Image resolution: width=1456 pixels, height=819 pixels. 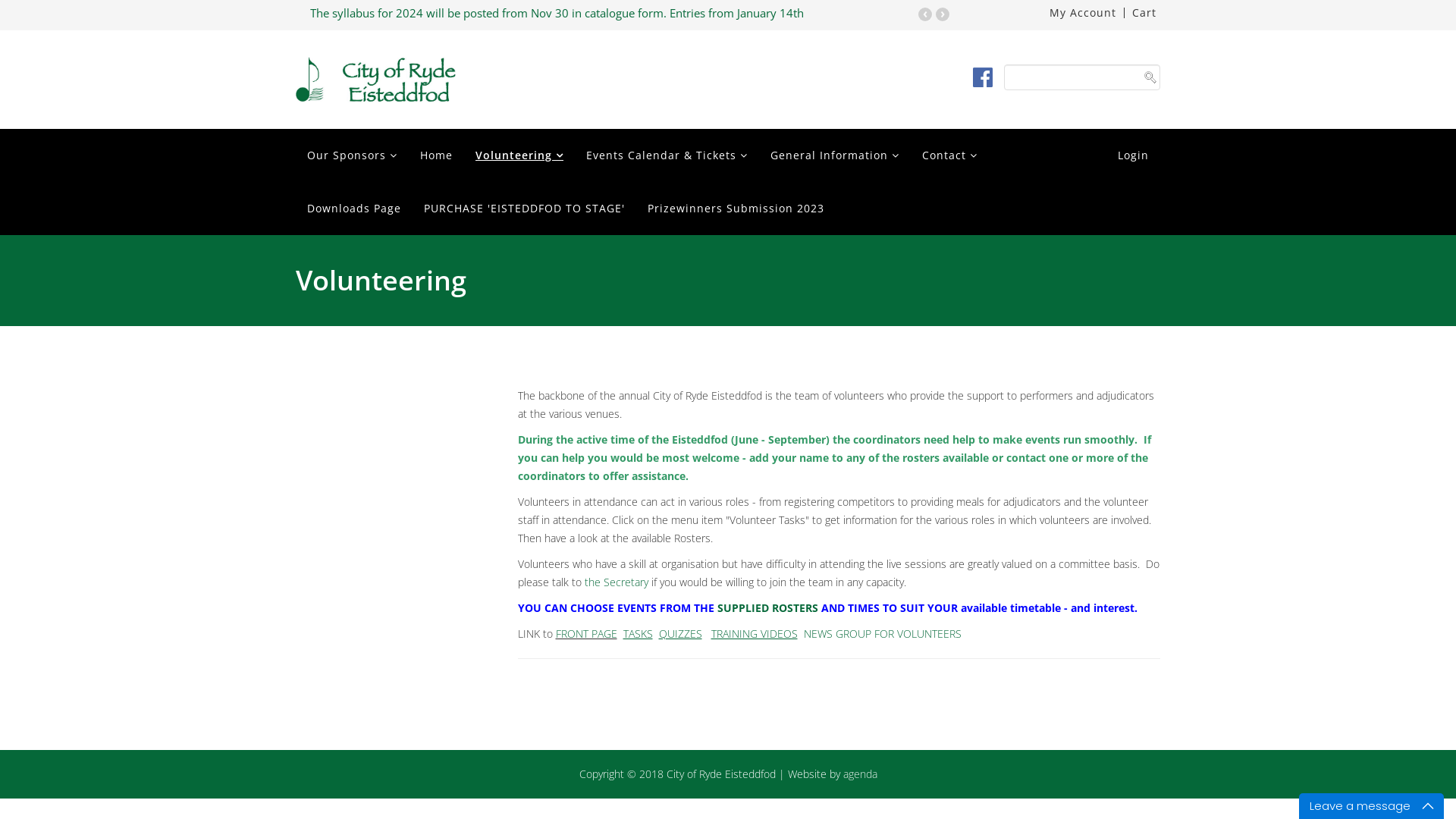 What do you see at coordinates (1106, 155) in the screenshot?
I see `'Login'` at bounding box center [1106, 155].